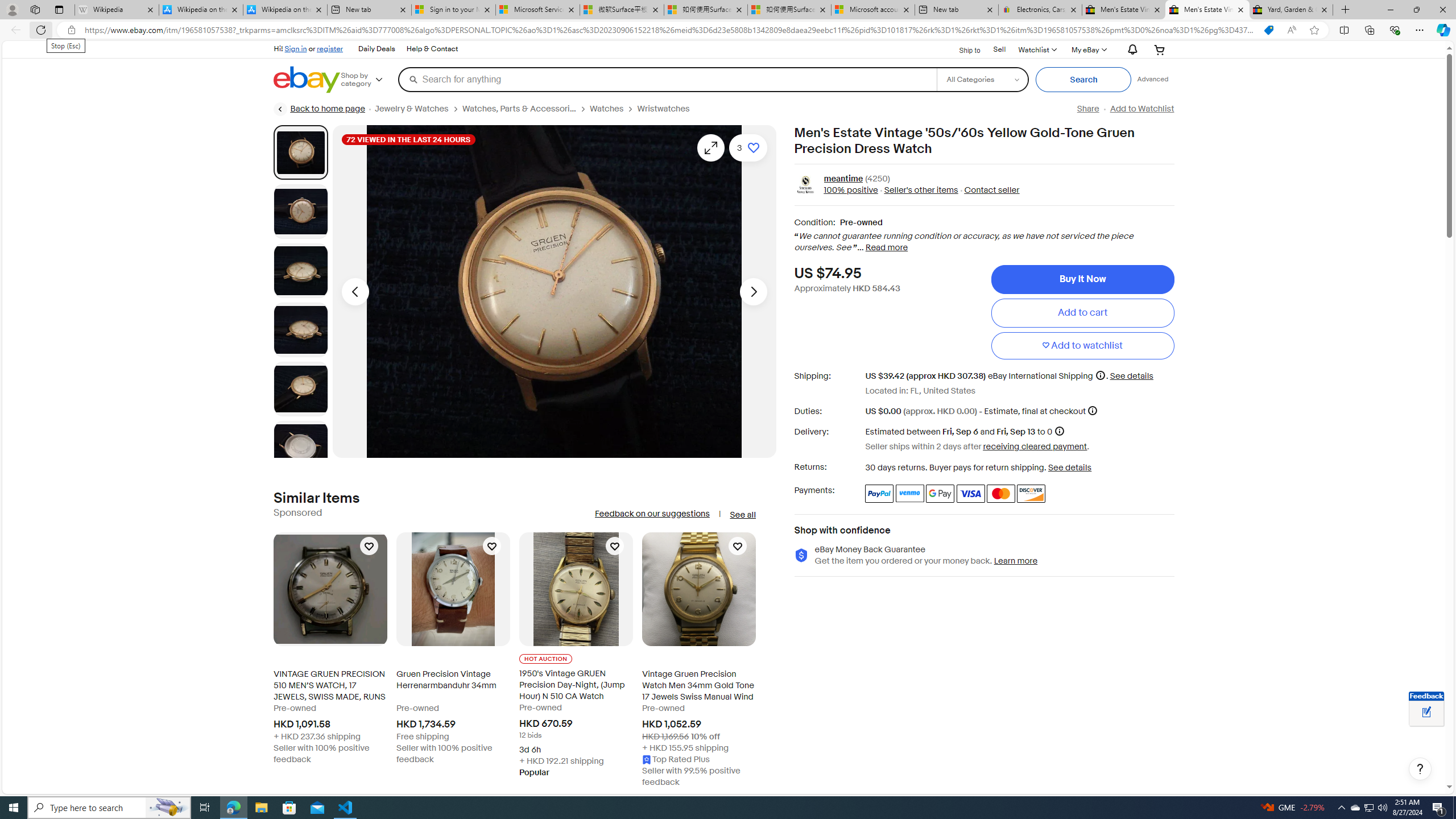 The height and width of the screenshot is (819, 1456). I want to click on 'Sign in to your Microsoft account', so click(453, 9).